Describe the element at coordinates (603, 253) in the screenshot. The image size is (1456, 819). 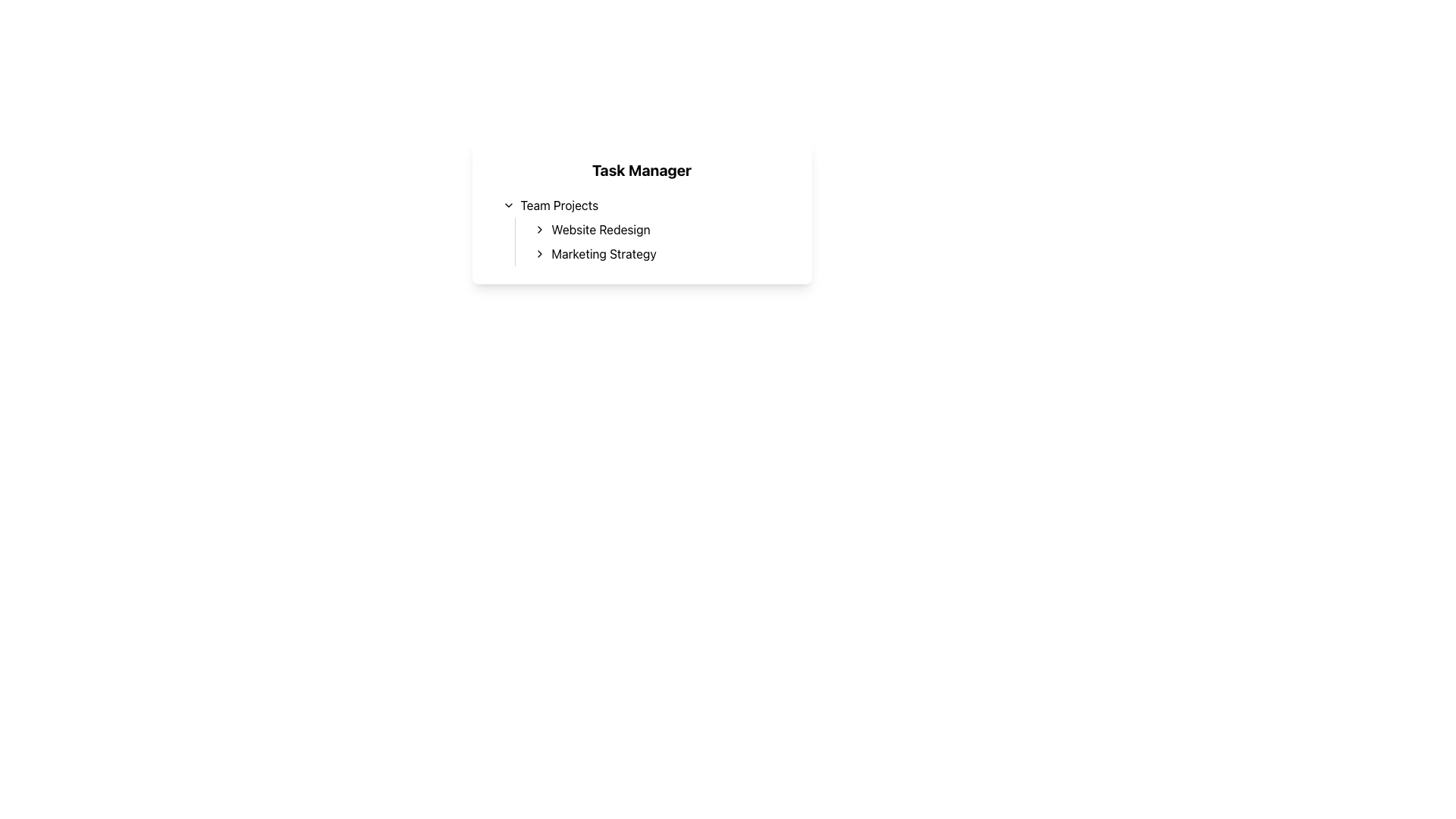
I see `the 'Marketing Strategy' text label located under the 'Team Projects' section in the 'Task Manager' header` at that location.